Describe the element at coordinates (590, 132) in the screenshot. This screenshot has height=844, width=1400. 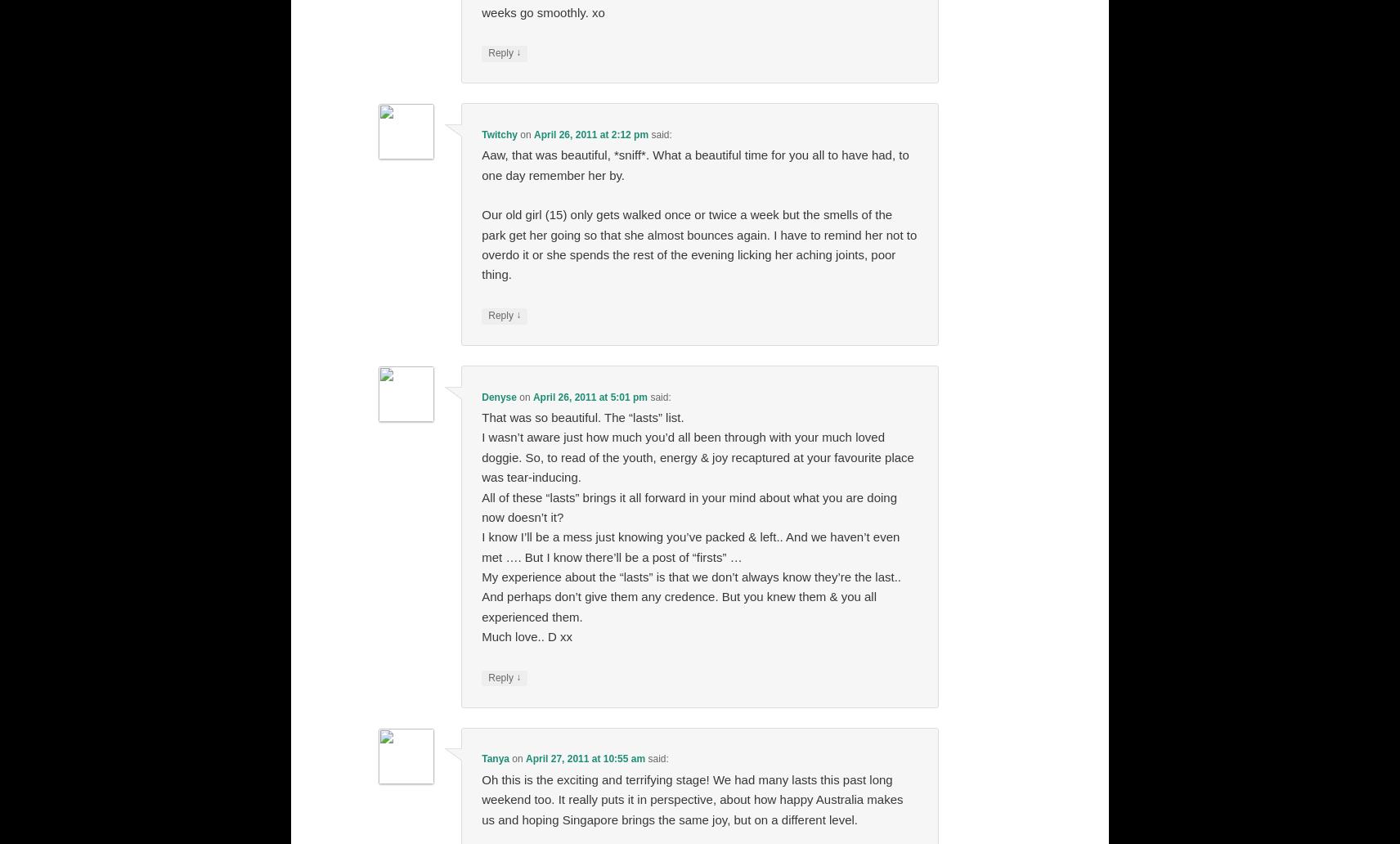
I see `'April 26, 2011 at 2:12 pm'` at that location.